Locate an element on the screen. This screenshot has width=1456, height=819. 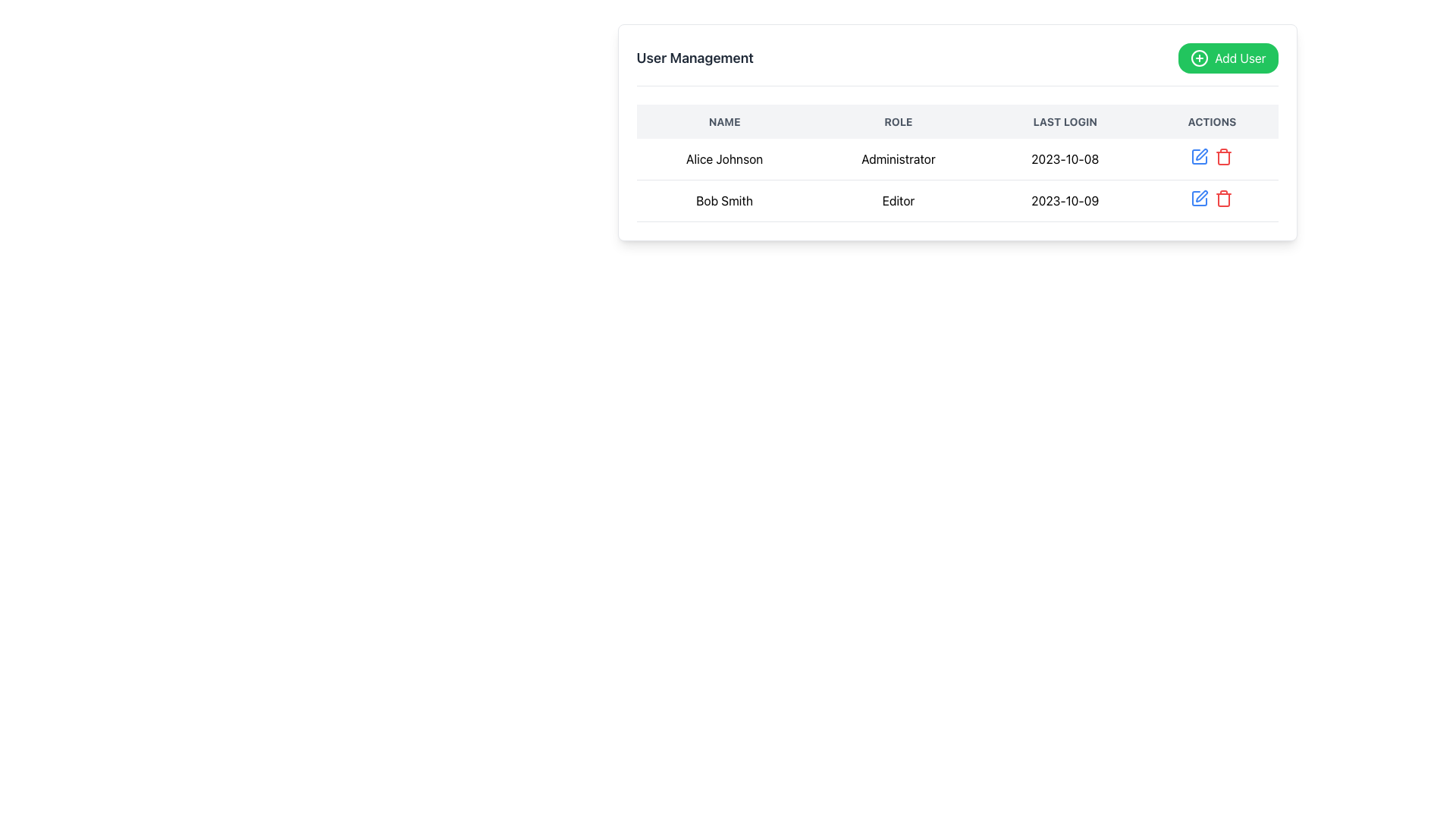
the circular component at the center of the 'plus' icon within the action button on the top-right corner of the user management panel is located at coordinates (1199, 58).